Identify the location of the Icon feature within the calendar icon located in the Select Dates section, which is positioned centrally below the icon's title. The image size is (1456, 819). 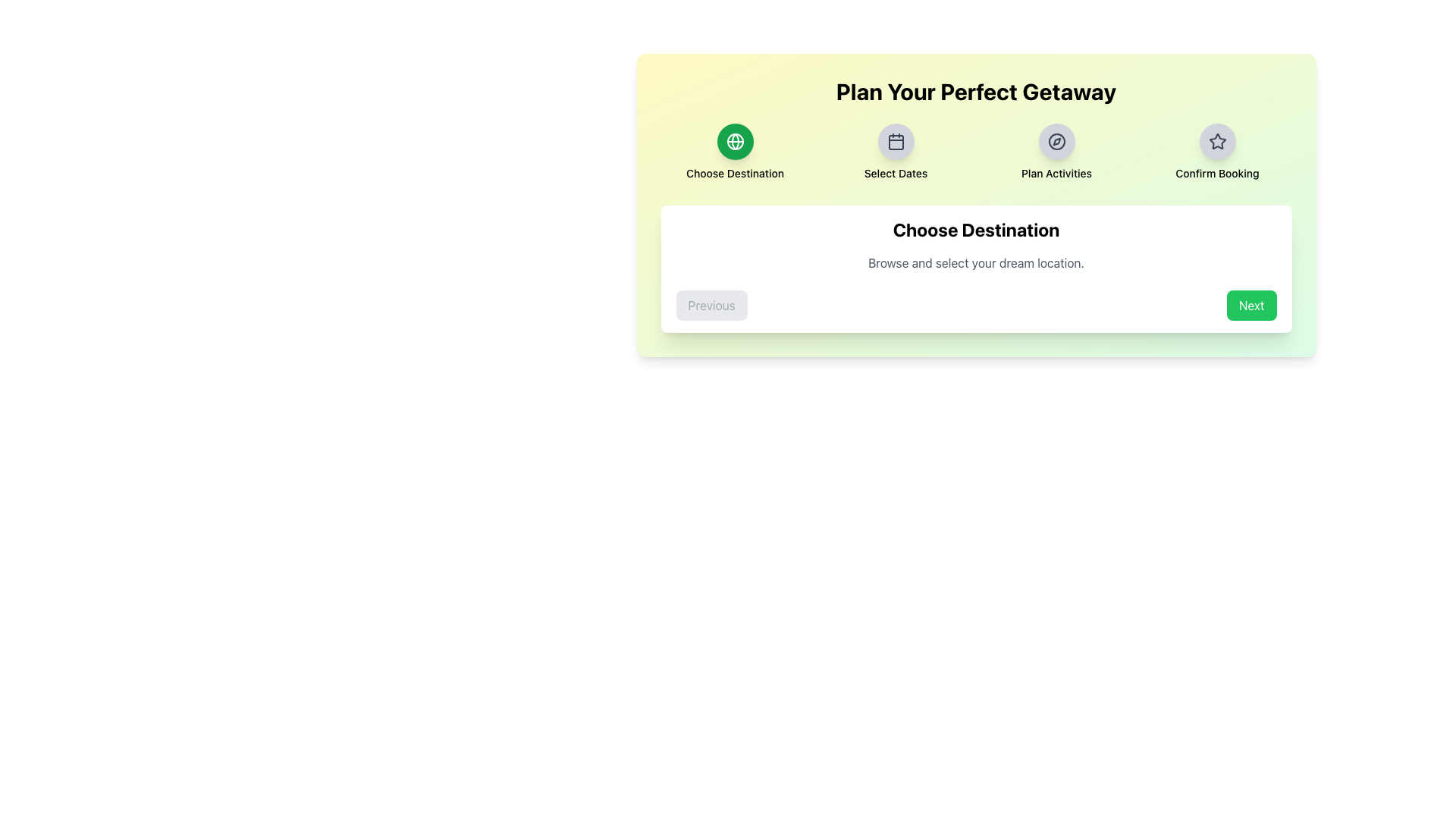
(896, 143).